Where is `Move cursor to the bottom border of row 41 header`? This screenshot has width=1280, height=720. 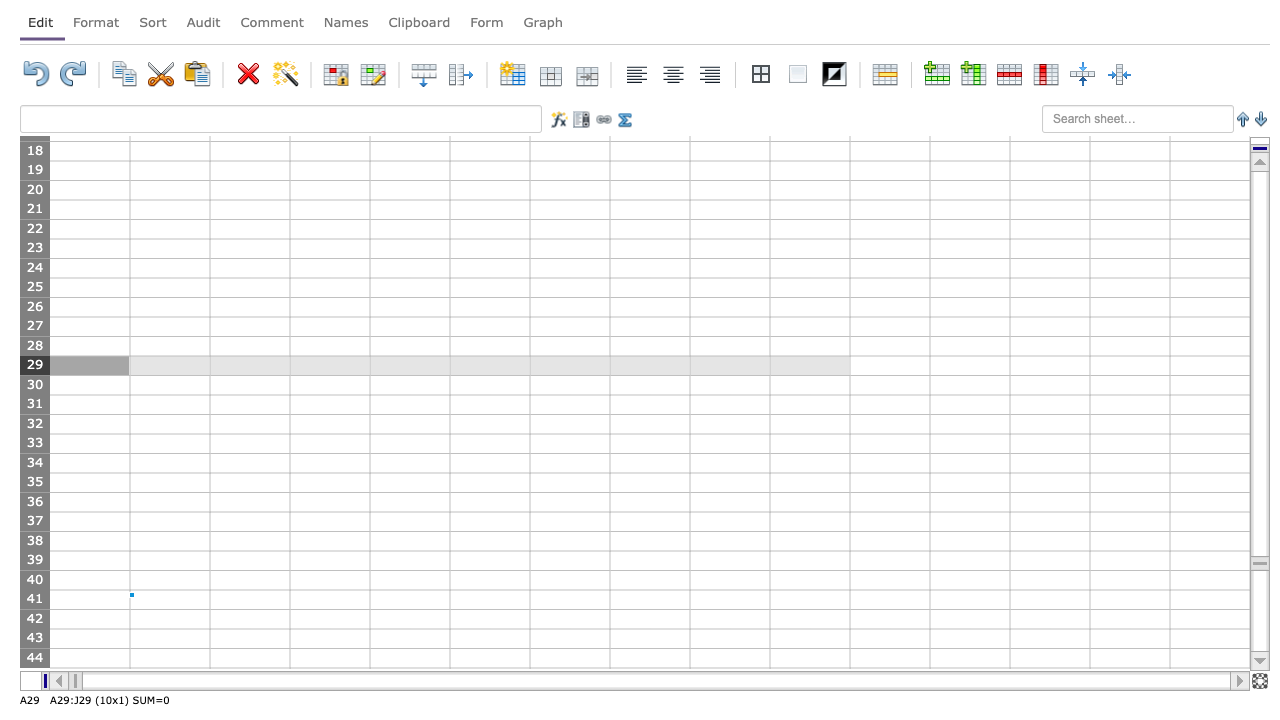 Move cursor to the bottom border of row 41 header is located at coordinates (34, 608).